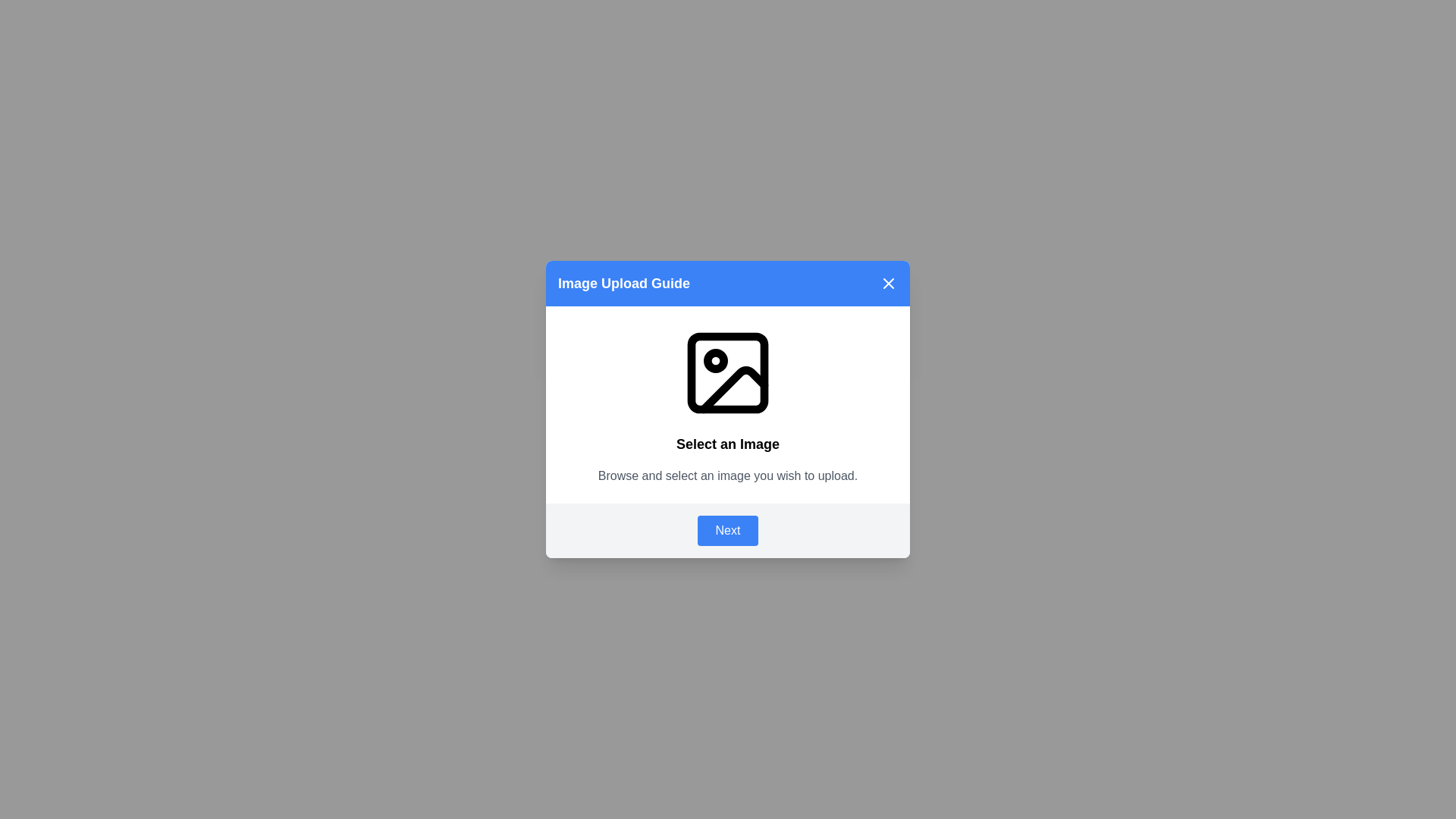 This screenshot has height=819, width=1456. Describe the element at coordinates (888, 284) in the screenshot. I see `the close button to close the dialog` at that location.